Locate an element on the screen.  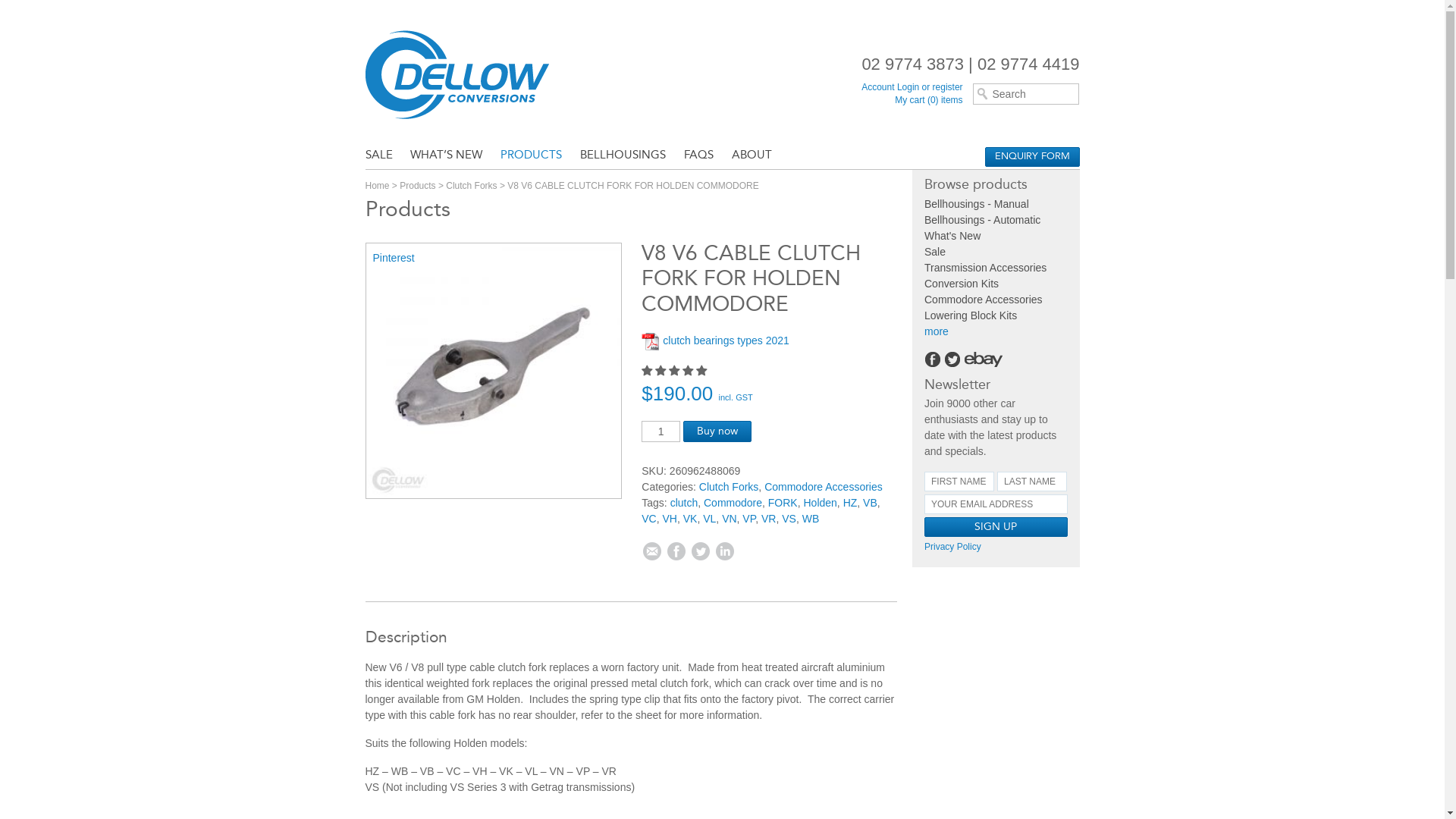
'Qty' is located at coordinates (661, 431).